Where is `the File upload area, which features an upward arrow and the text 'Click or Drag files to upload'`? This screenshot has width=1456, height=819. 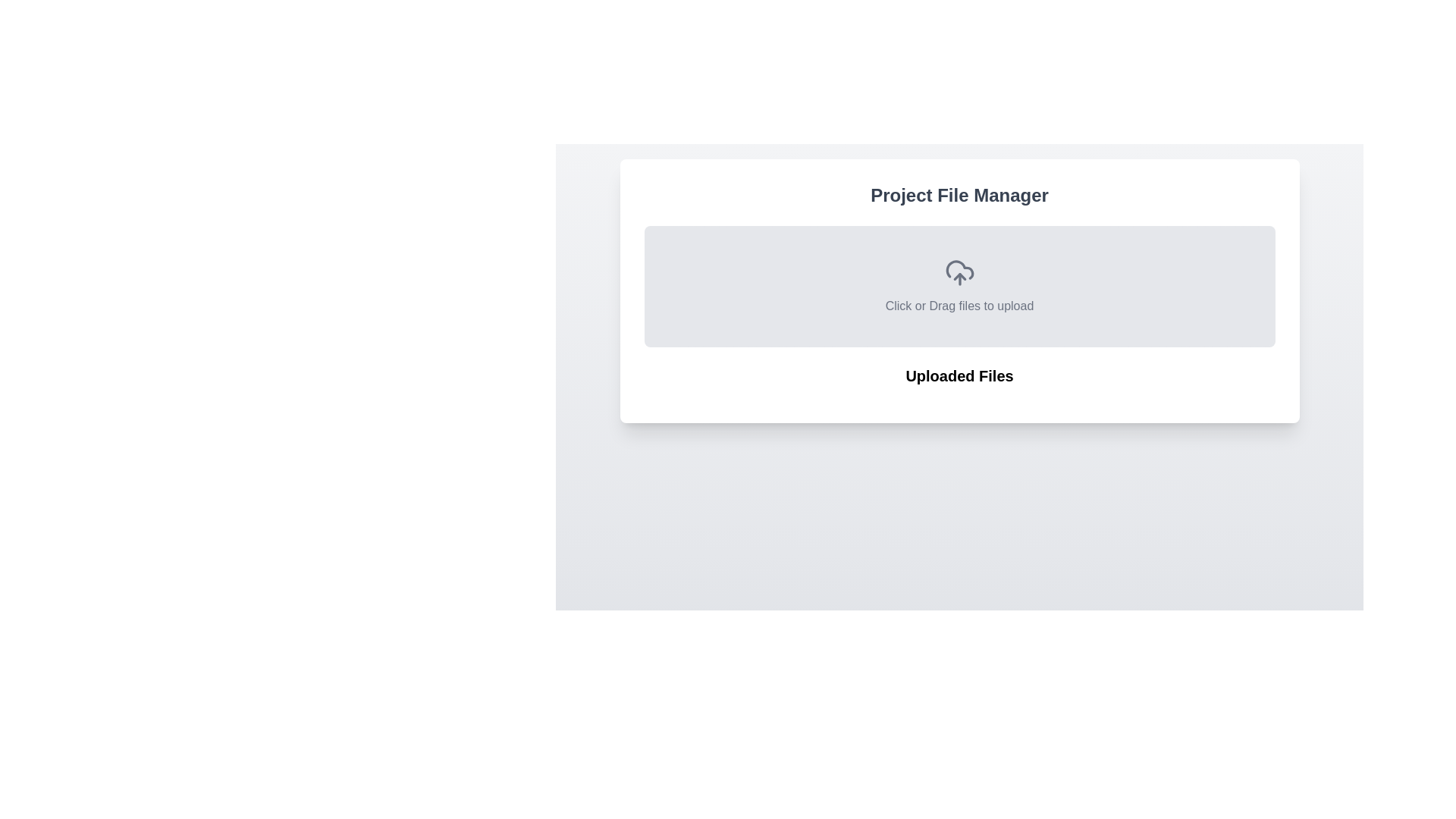
the File upload area, which features an upward arrow and the text 'Click or Drag files to upload' is located at coordinates (959, 287).